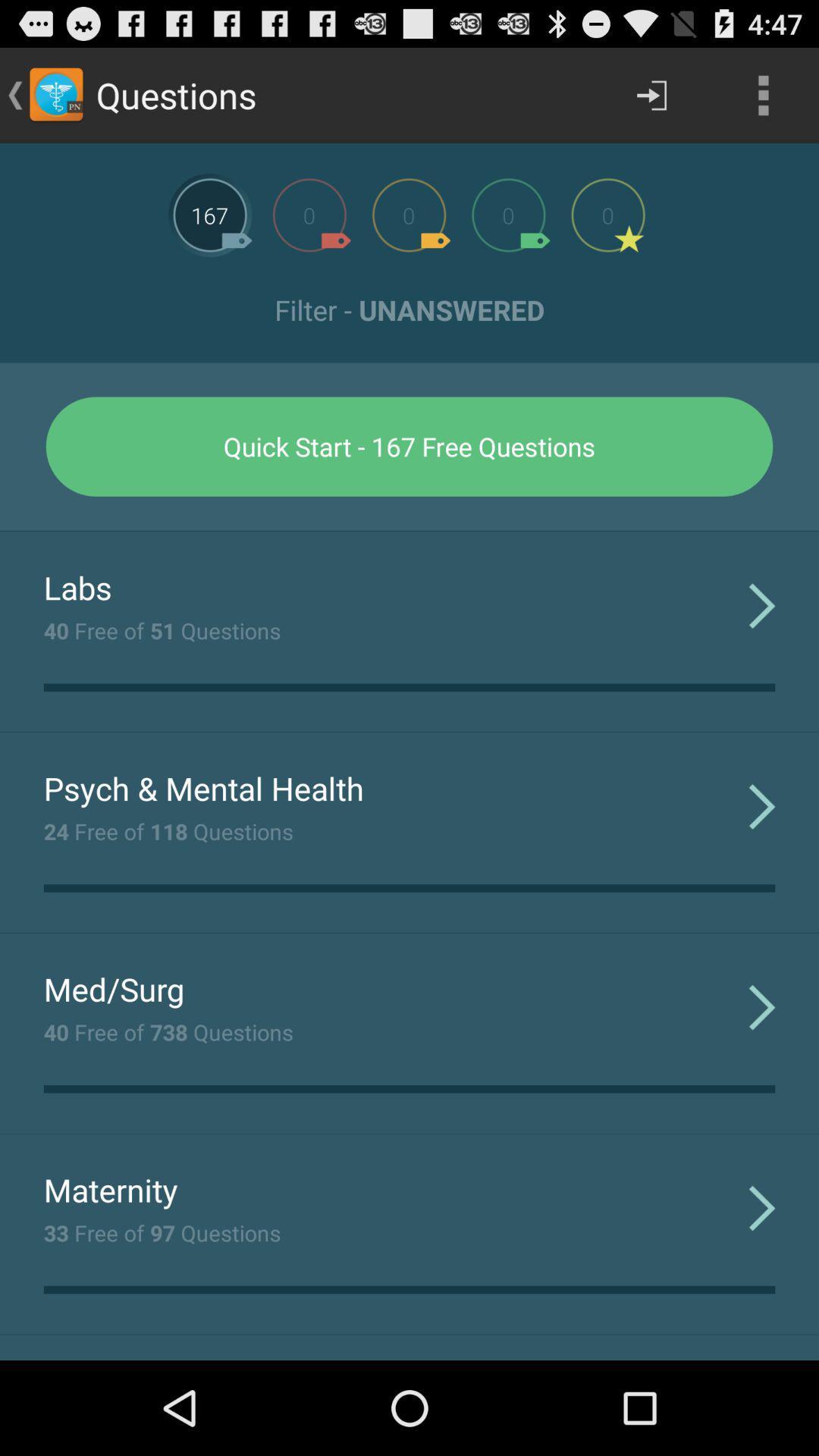 The height and width of the screenshot is (1456, 819). Describe the element at coordinates (113, 989) in the screenshot. I see `med/surg item` at that location.